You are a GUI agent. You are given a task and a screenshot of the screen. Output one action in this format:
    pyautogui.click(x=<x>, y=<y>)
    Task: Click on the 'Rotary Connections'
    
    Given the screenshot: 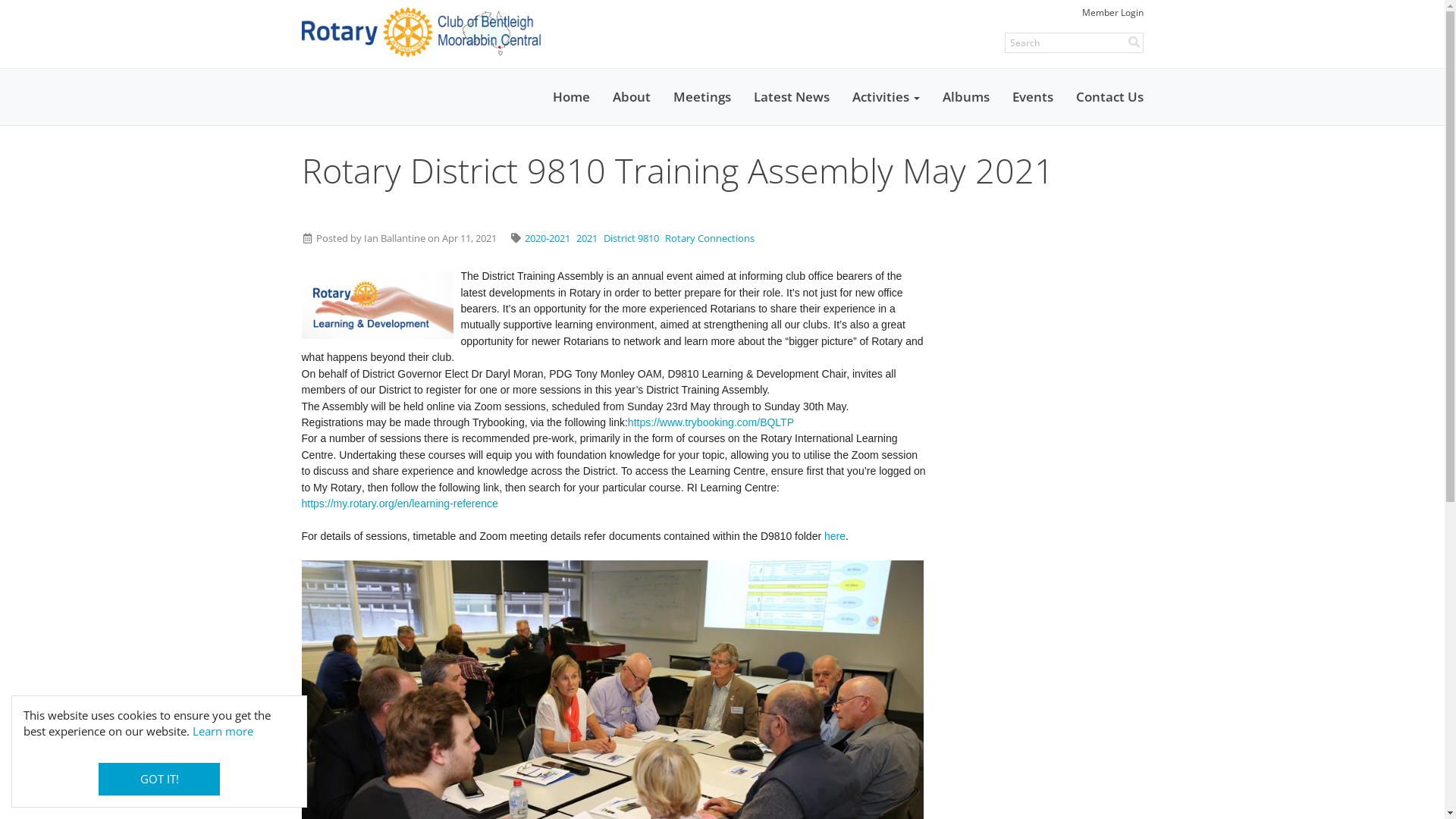 What is the action you would take?
    pyautogui.click(x=665, y=237)
    